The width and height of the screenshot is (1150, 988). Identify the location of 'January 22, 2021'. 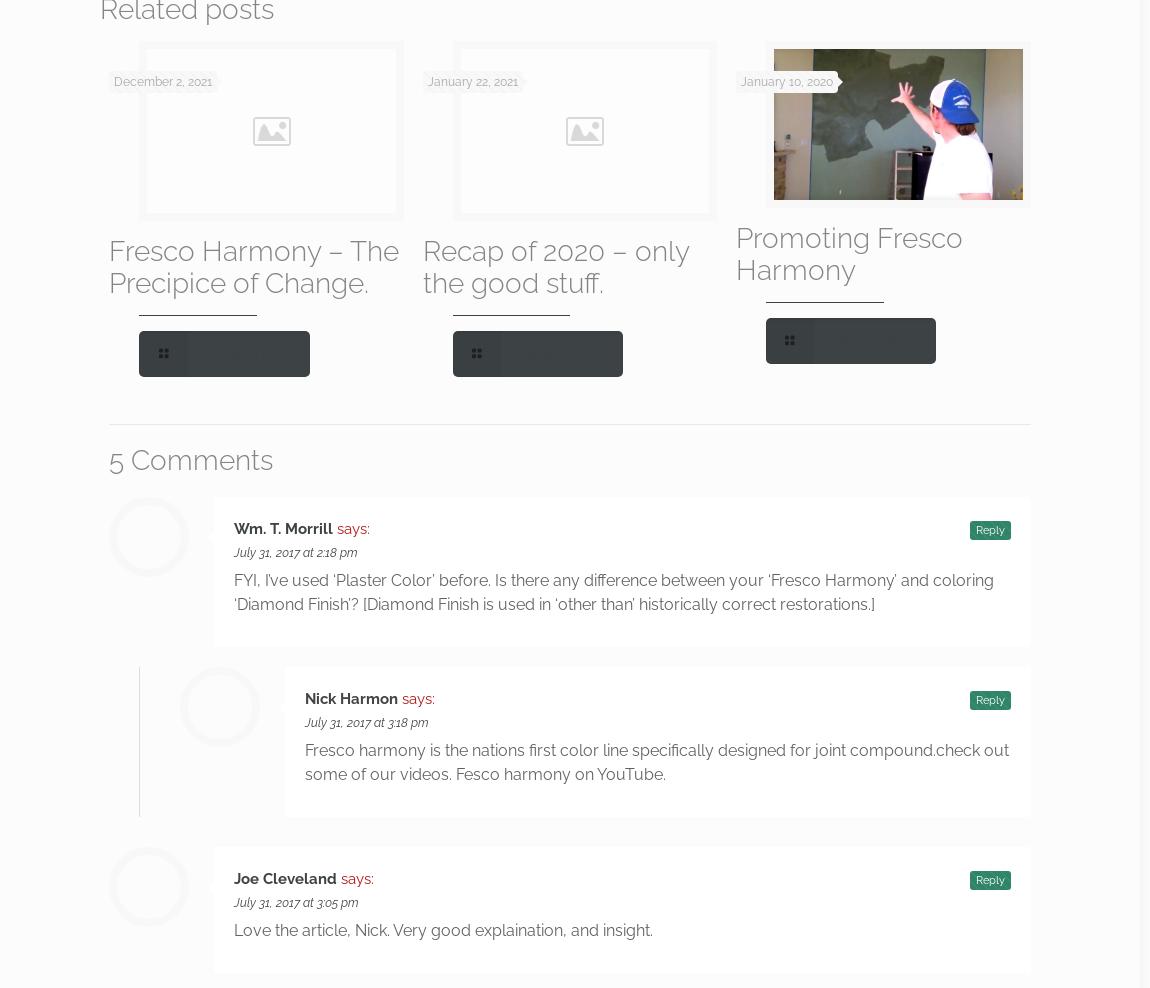
(471, 82).